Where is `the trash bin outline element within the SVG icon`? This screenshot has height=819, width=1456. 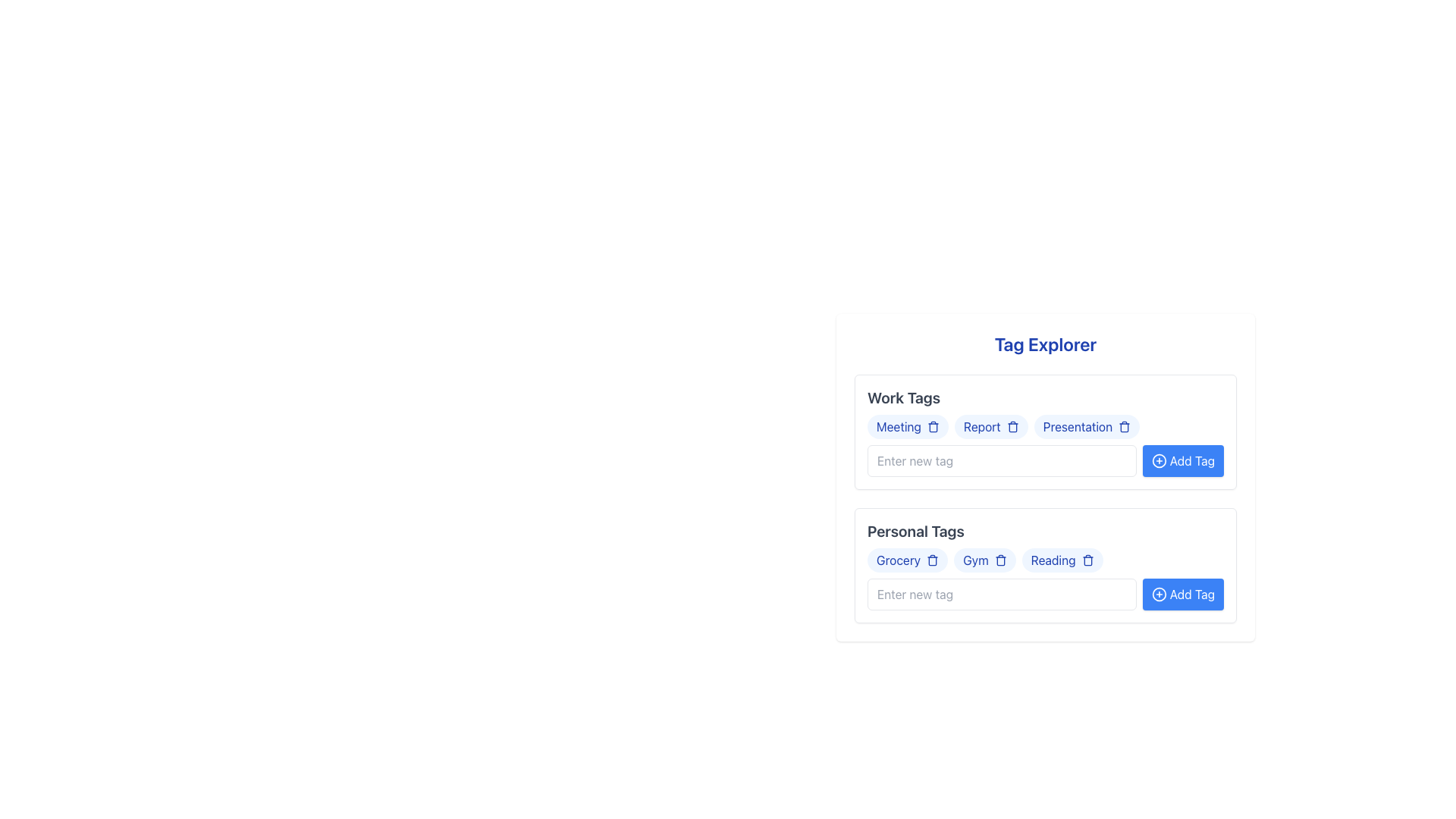 the trash bin outline element within the SVG icon is located at coordinates (1087, 561).